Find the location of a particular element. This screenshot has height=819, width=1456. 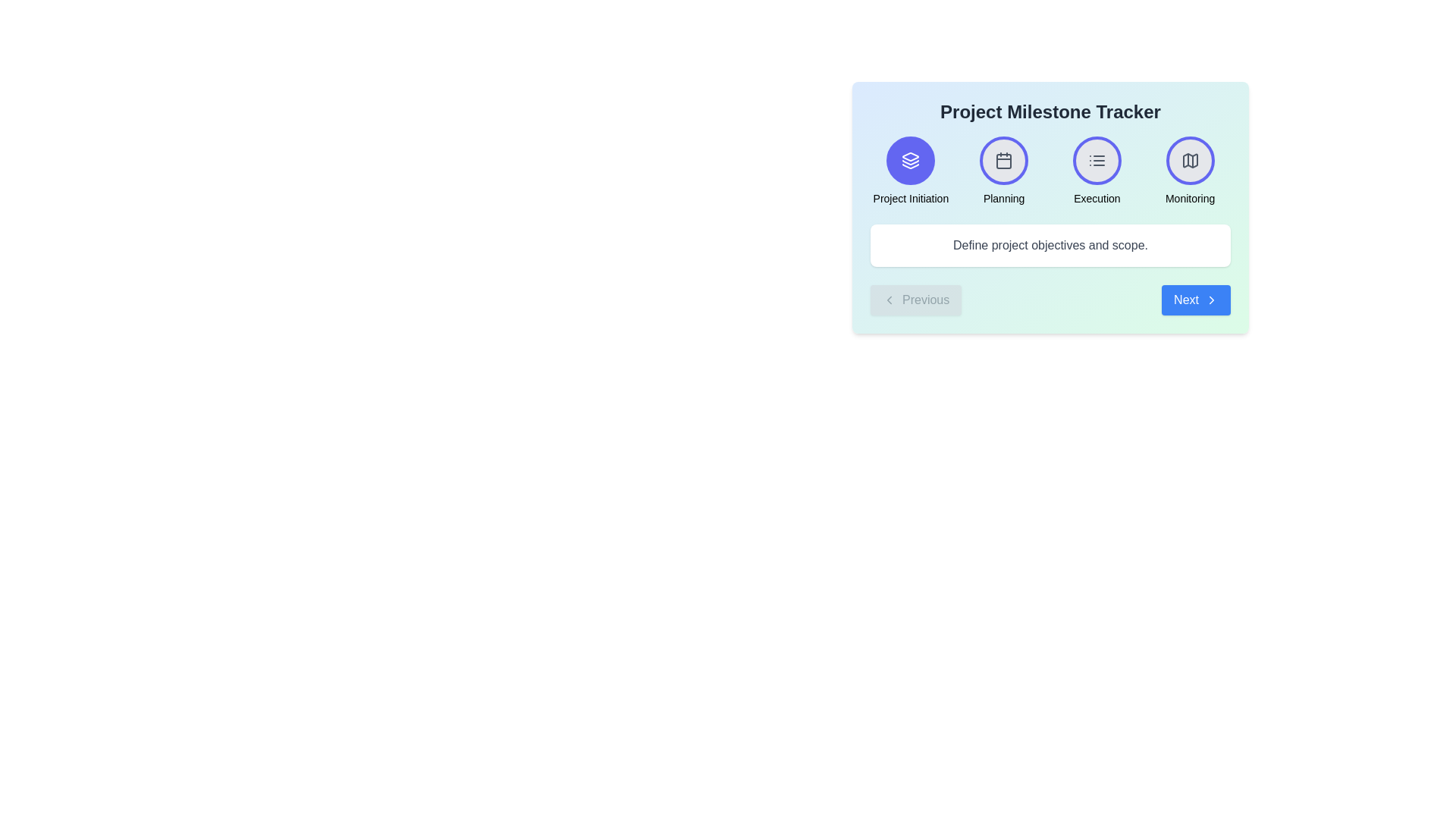

the icon representing the 'Planning' stage, which is the second circular icon from the left in a row of four icons is located at coordinates (1004, 161).